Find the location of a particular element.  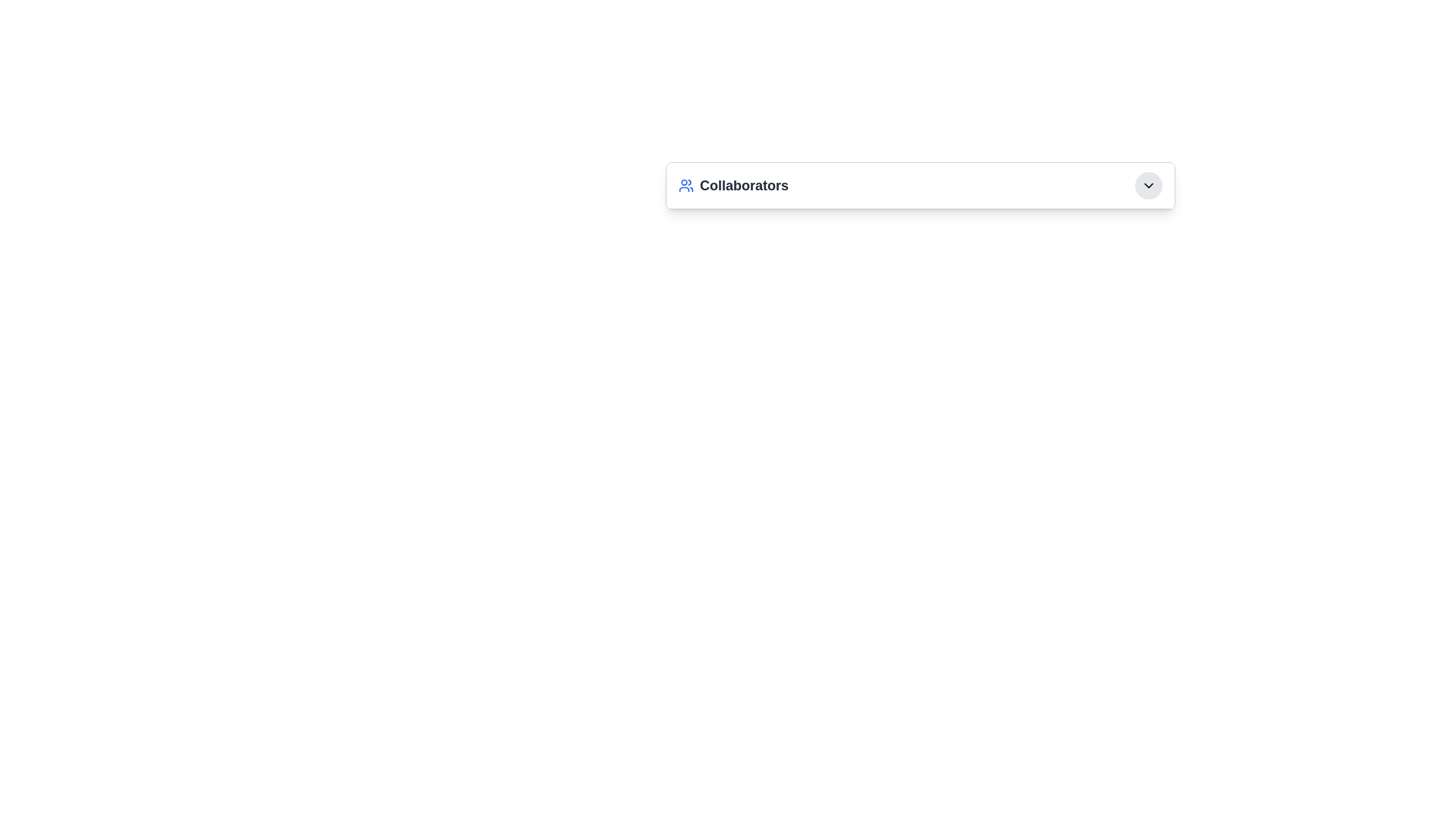

the icon representing 'Collaborators' located at the leftmost side of the horizontal group containing the label 'Collaborators' is located at coordinates (686, 185).